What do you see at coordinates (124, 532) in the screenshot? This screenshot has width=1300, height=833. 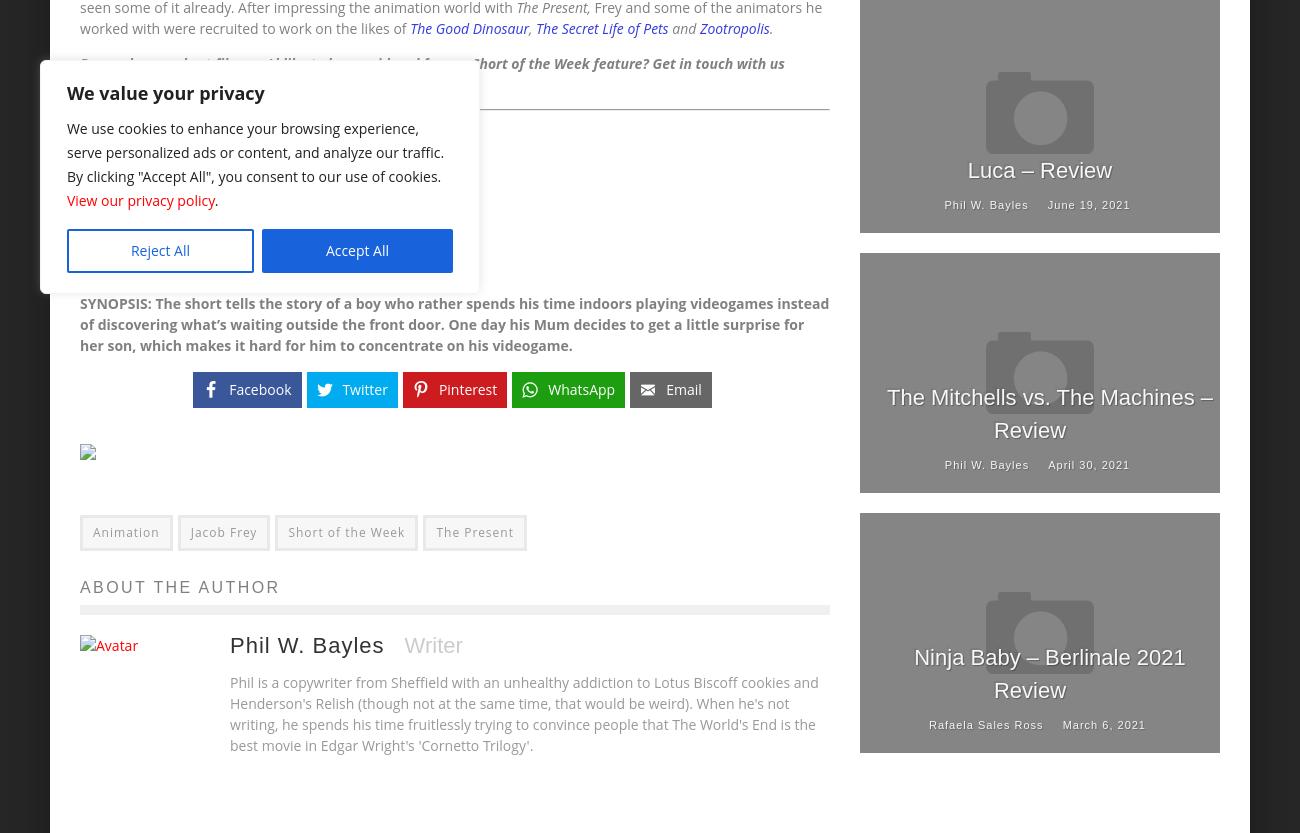 I see `'Animation'` at bounding box center [124, 532].